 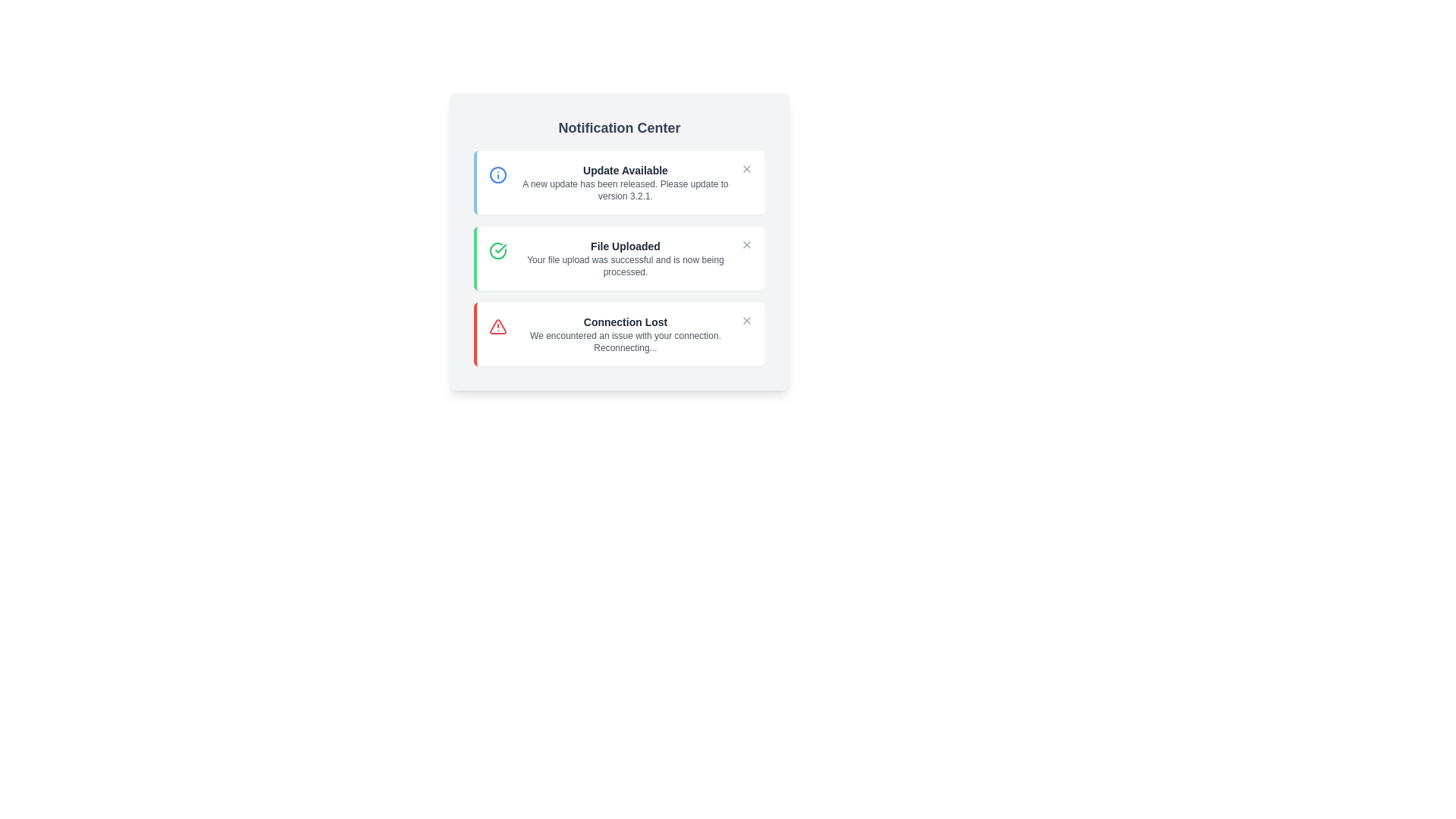 I want to click on the text block containing the message 'A new update has been released. Please update to version 3.2.1.' to check for interactions or tooltips, so click(x=626, y=189).